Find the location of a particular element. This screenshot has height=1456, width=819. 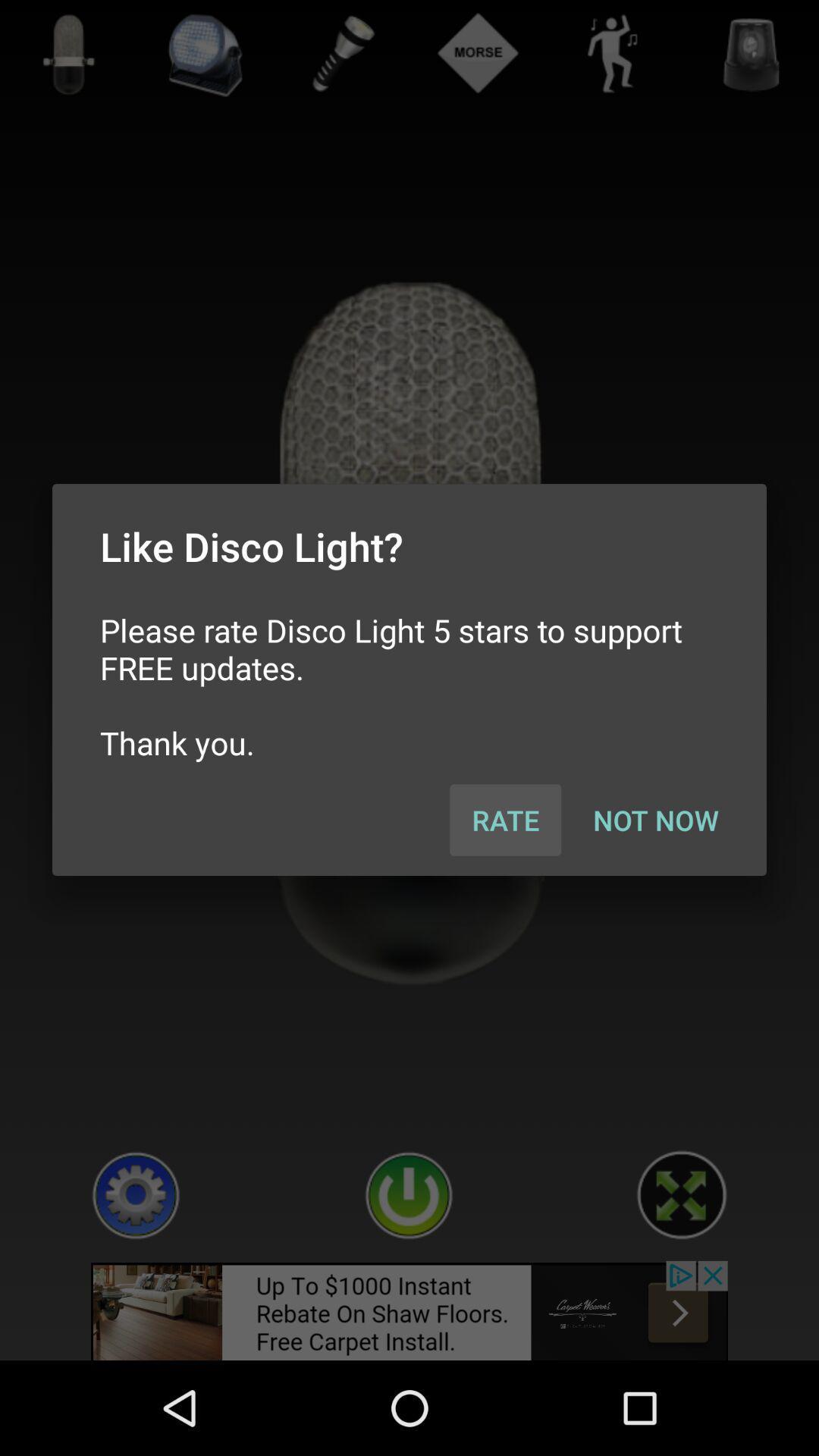

the avatar icon is located at coordinates (614, 54).